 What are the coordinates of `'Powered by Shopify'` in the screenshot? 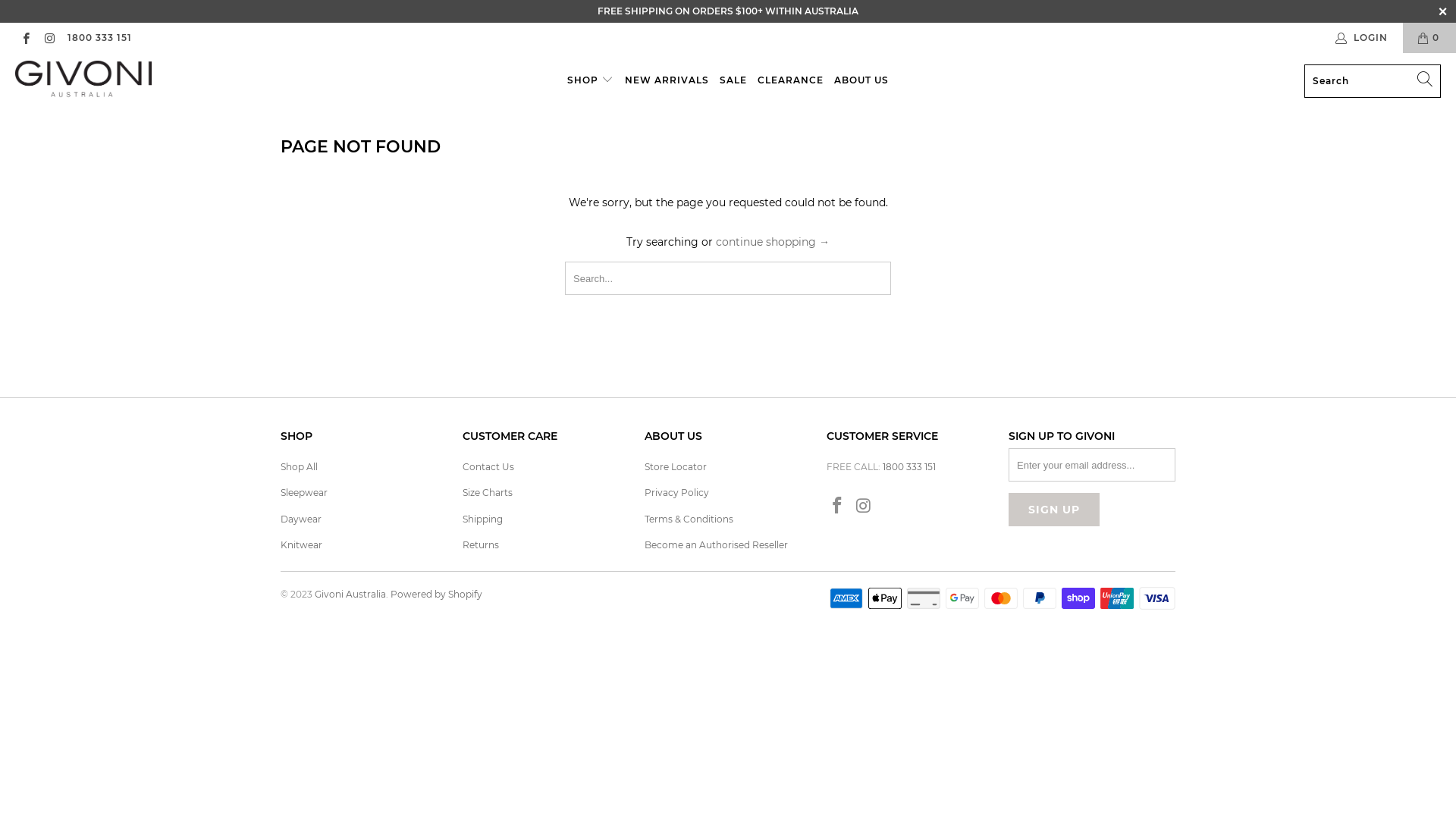 It's located at (435, 593).